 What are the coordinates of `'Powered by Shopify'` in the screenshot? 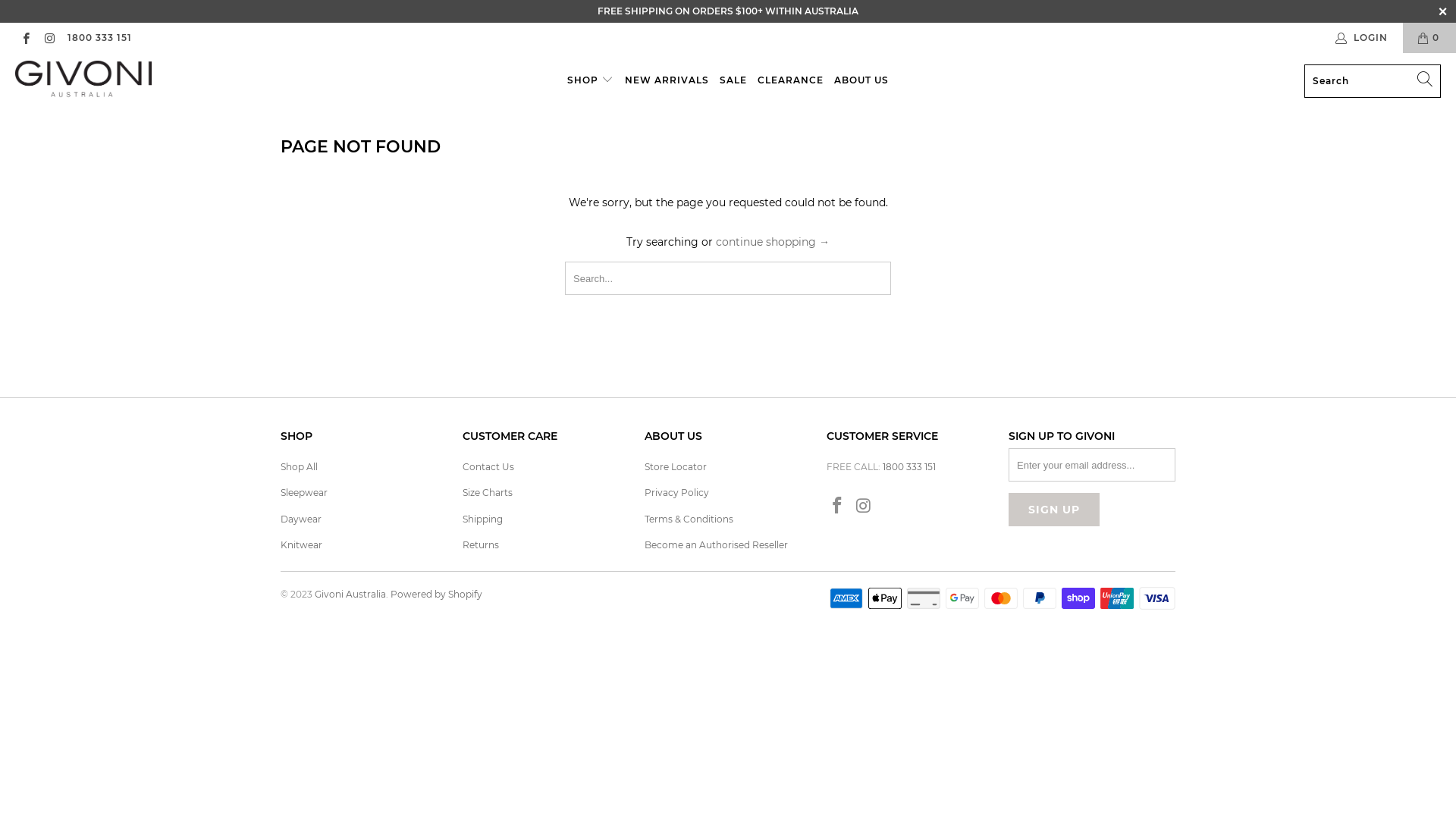 It's located at (435, 593).